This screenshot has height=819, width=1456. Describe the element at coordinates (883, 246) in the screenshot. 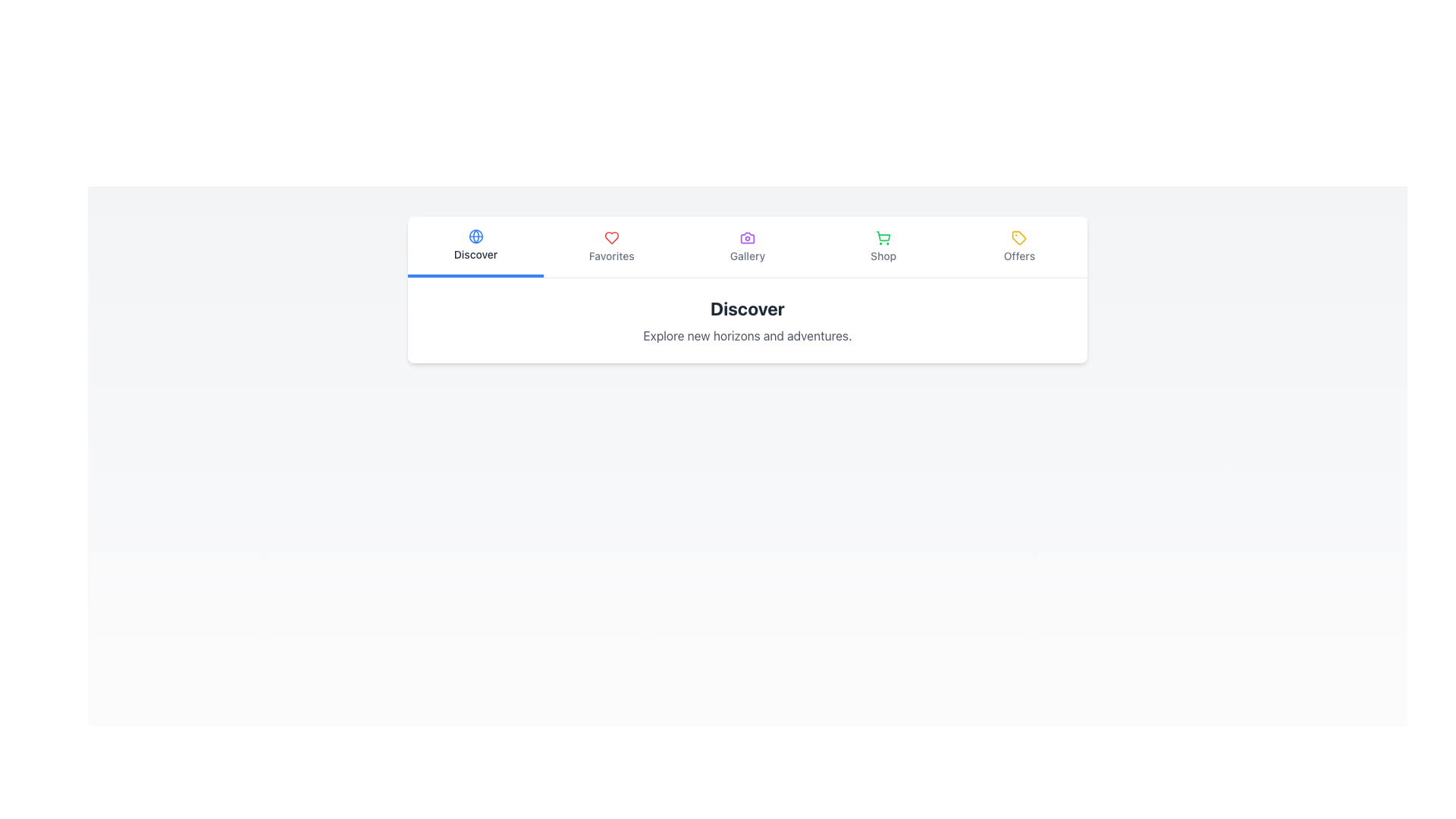

I see `the 'Shop' navigation button, which features a green shopping cart icon and is the fourth element in the navigation bar` at that location.